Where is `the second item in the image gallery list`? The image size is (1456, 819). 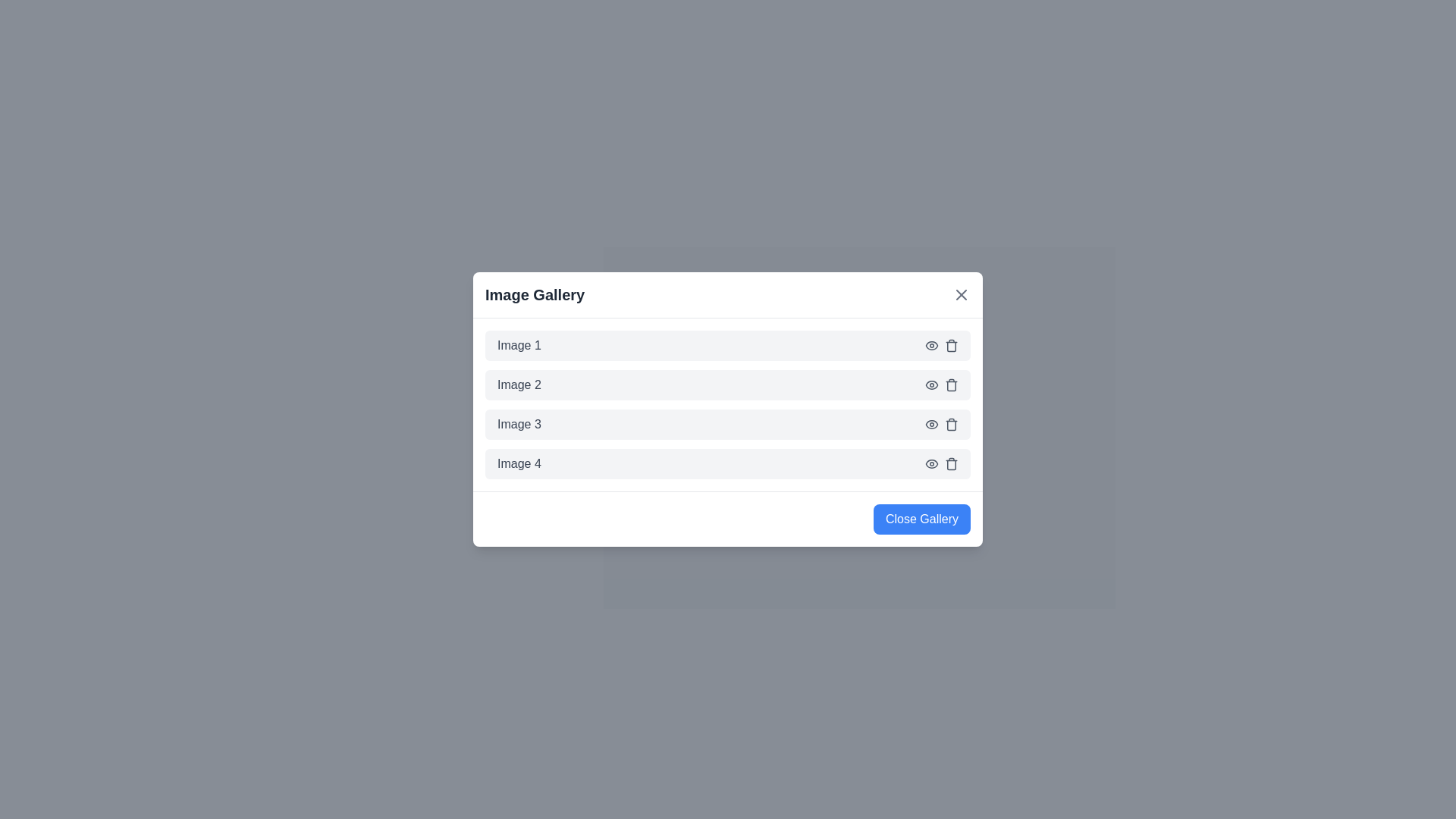
the second item in the image gallery list is located at coordinates (728, 384).